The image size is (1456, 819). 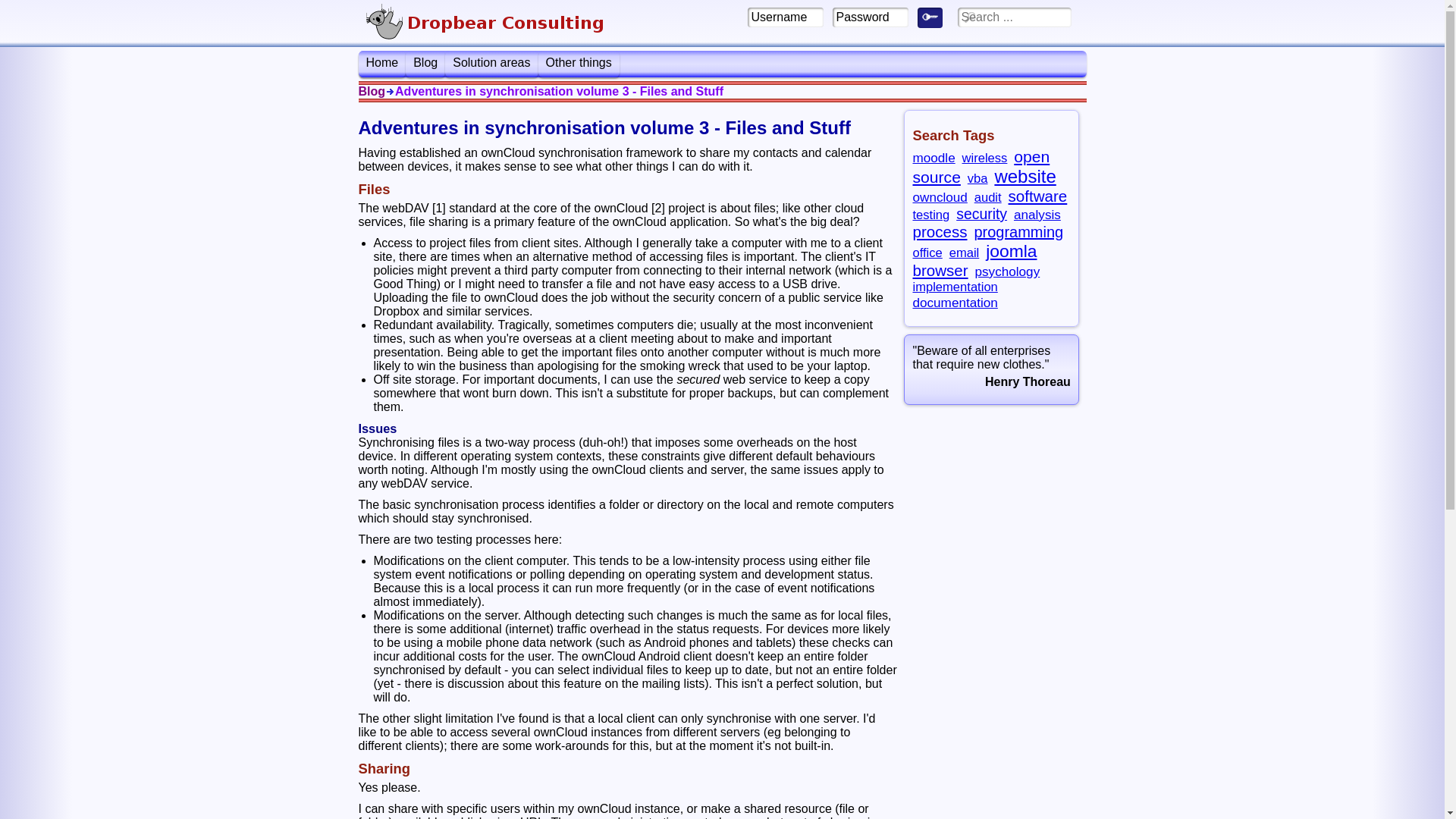 I want to click on 'open source', so click(x=981, y=166).